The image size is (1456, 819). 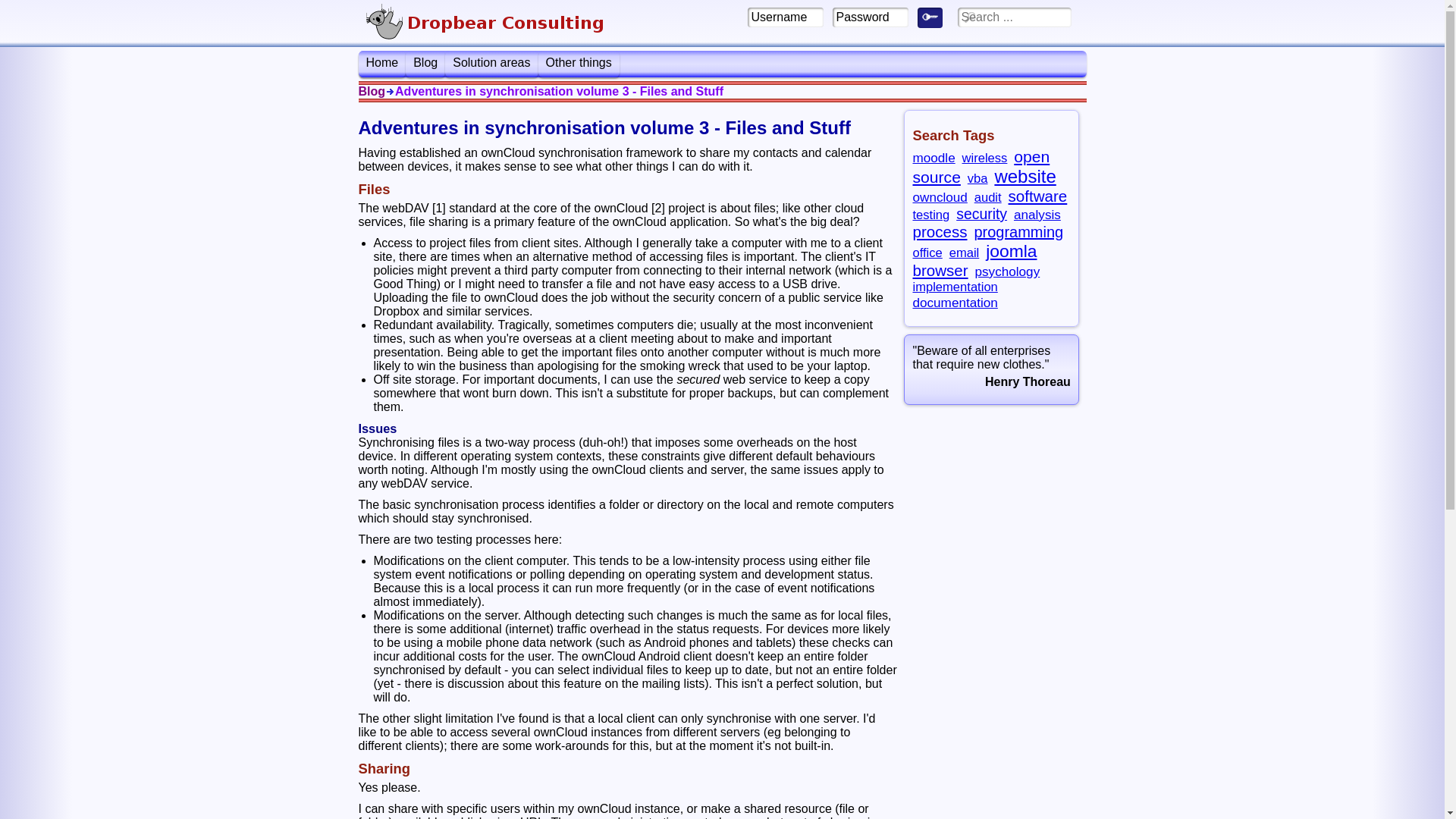 I want to click on 'open source', so click(x=981, y=166).